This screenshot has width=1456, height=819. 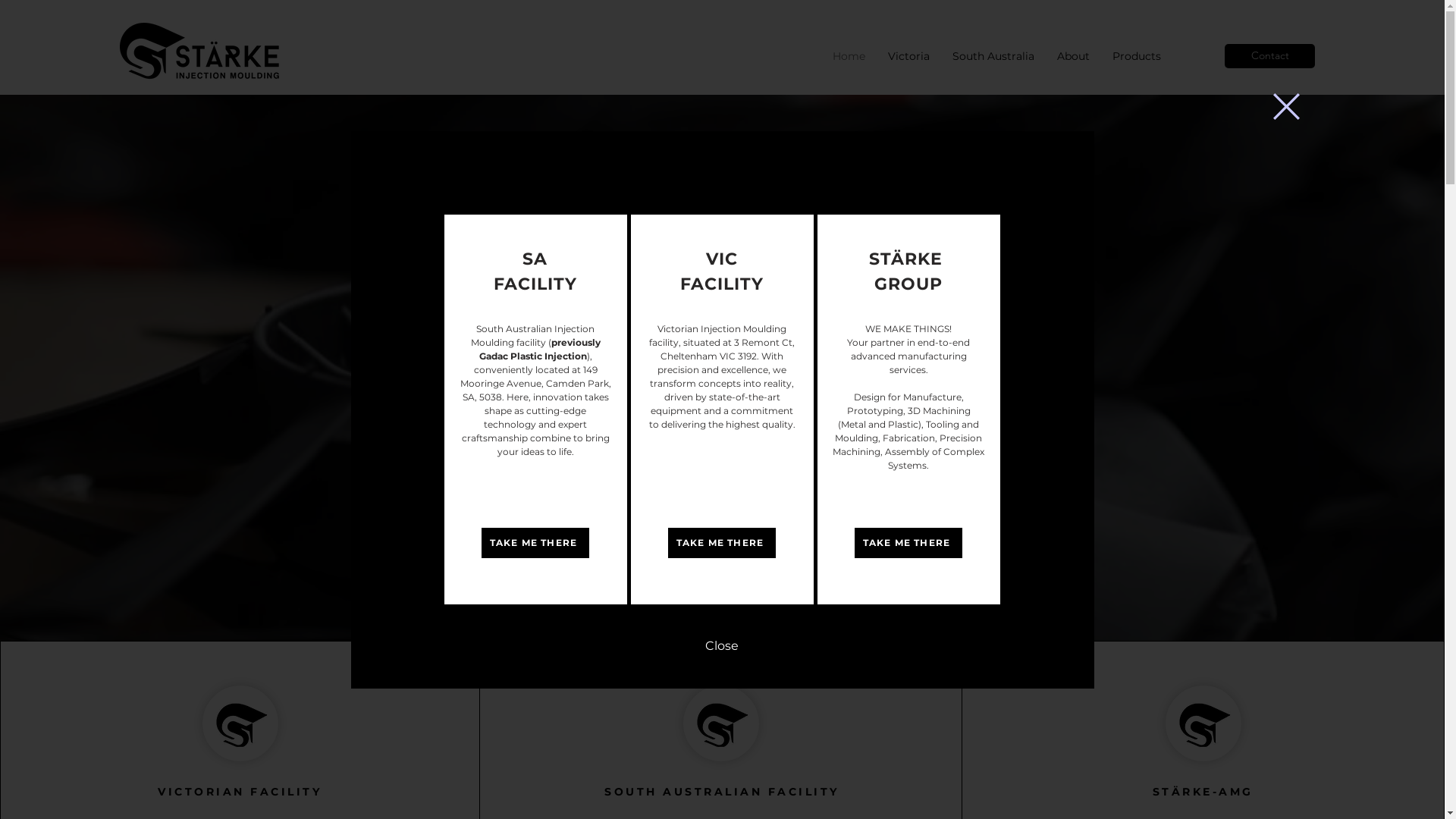 What do you see at coordinates (1269, 55) in the screenshot?
I see `'Contact'` at bounding box center [1269, 55].